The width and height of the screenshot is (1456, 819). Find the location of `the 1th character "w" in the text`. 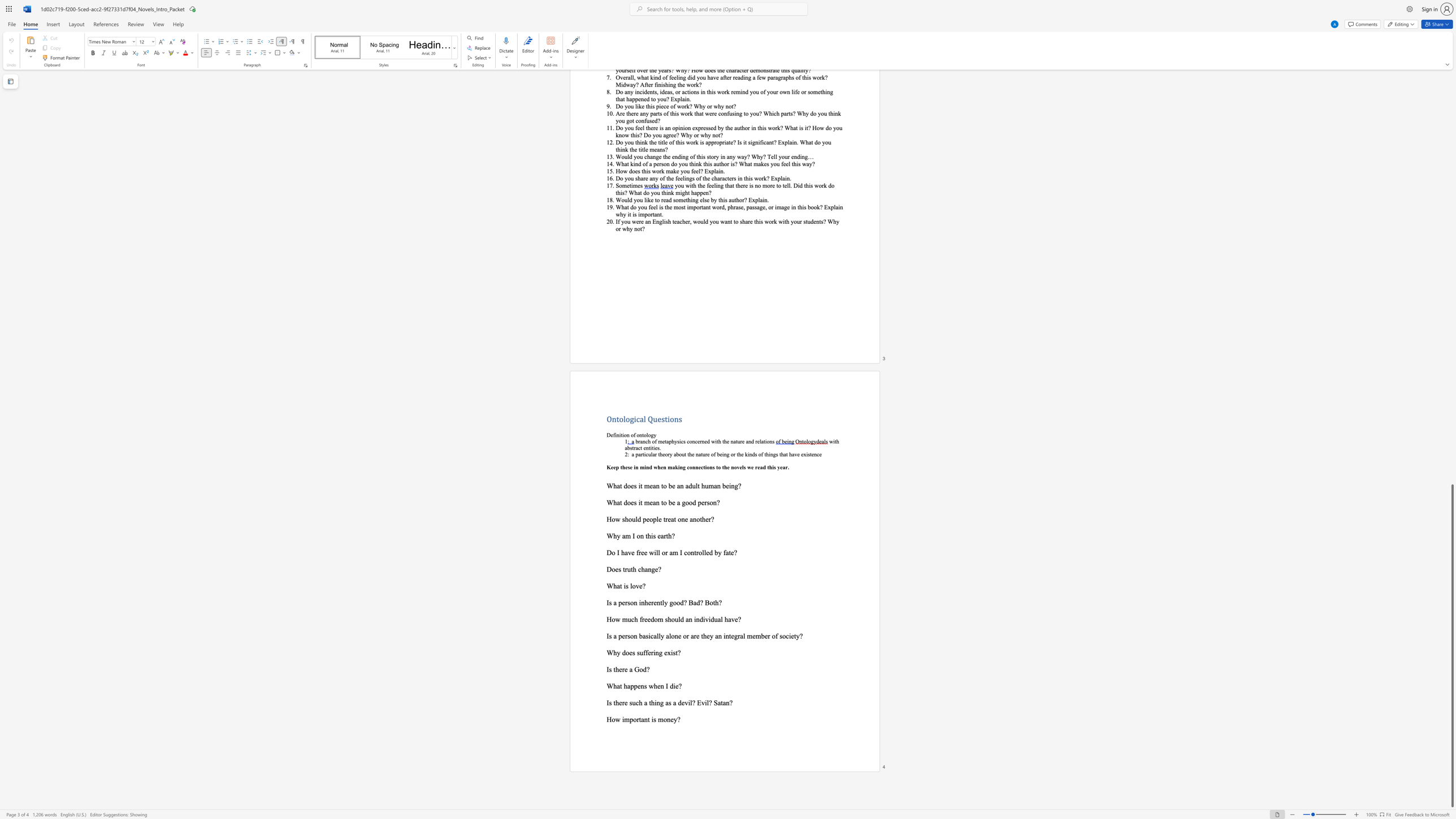

the 1th character "w" in the text is located at coordinates (617, 719).